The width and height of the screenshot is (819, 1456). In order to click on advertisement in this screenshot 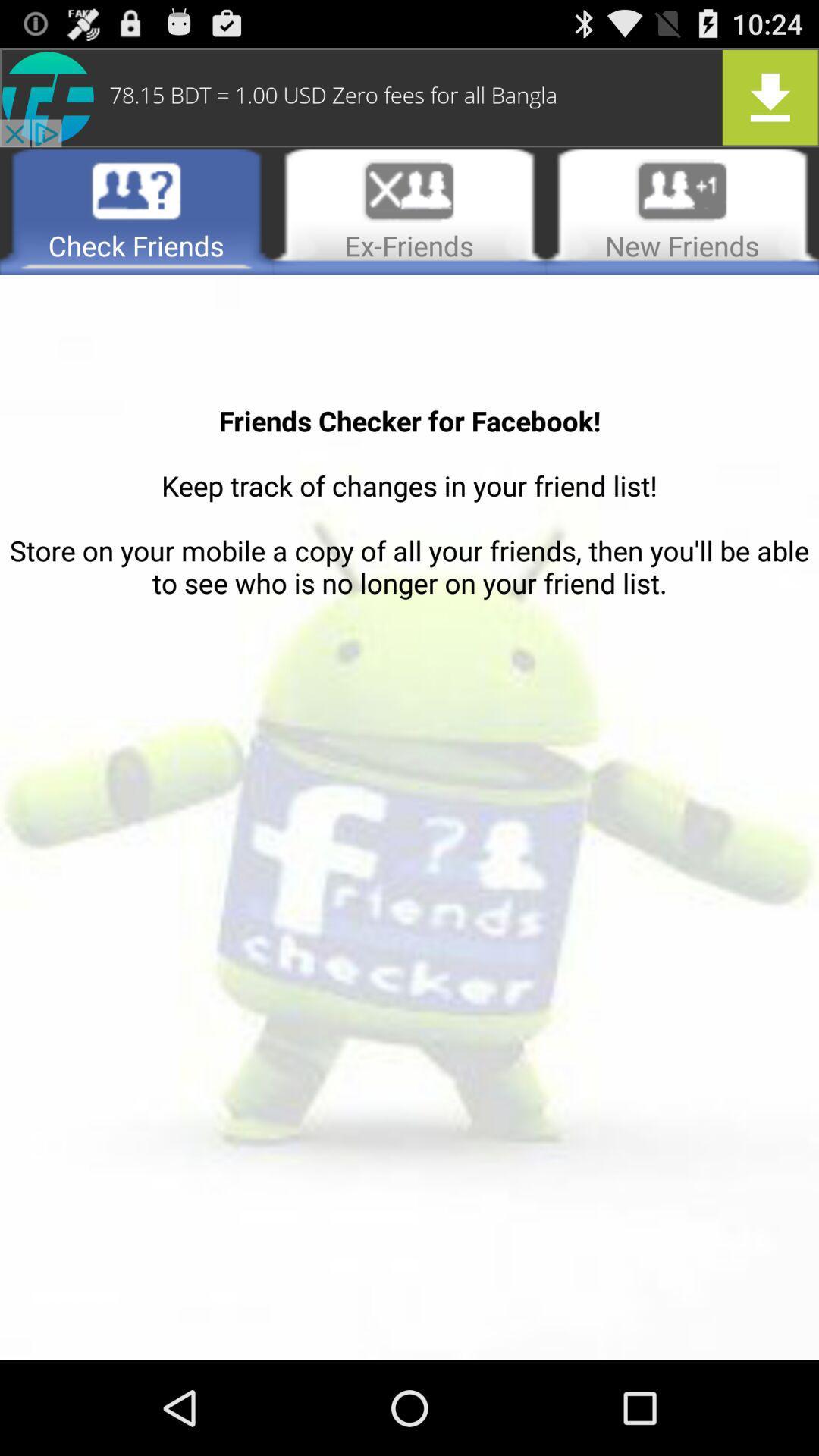, I will do `click(409, 96)`.